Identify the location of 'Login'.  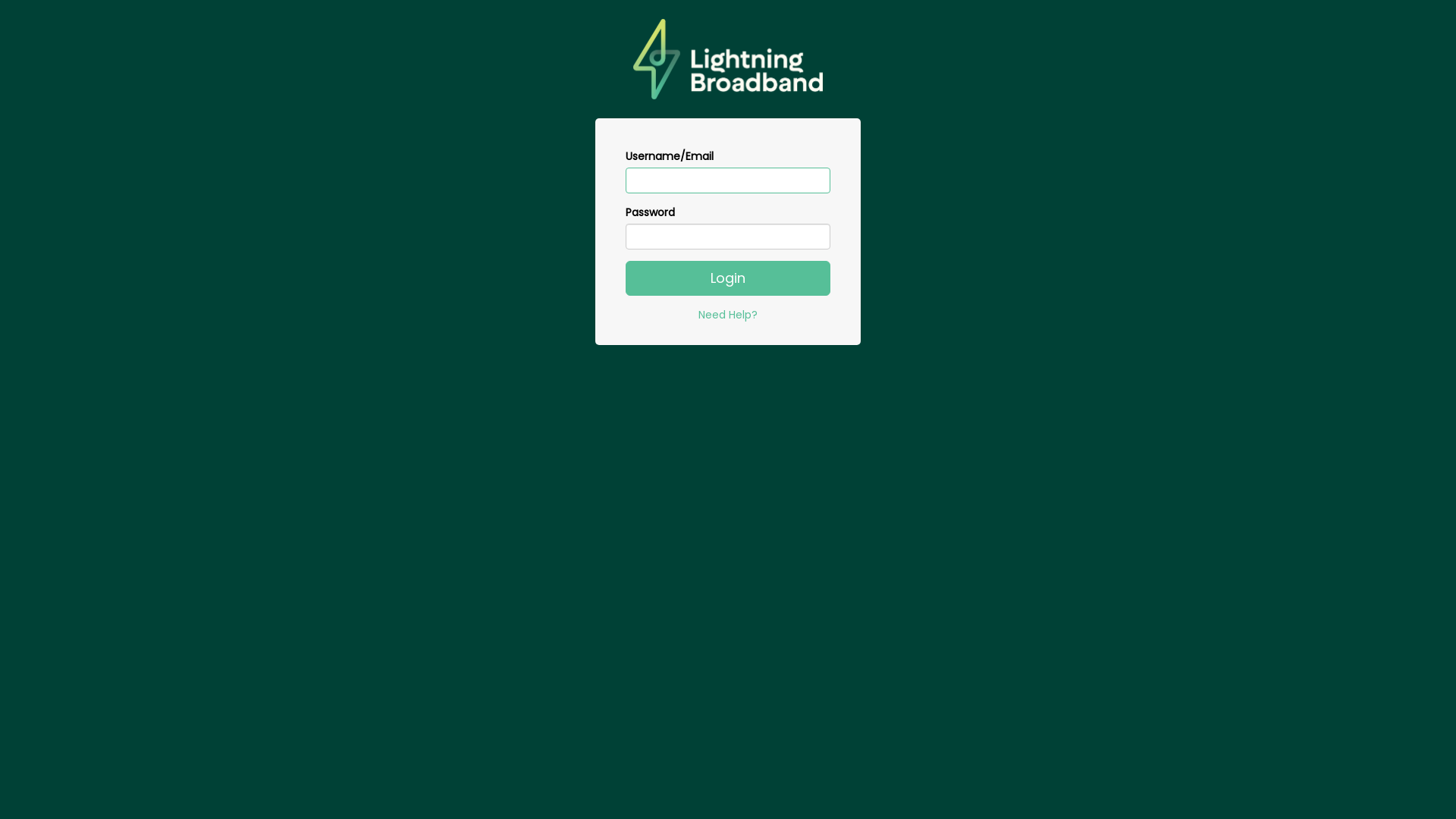
(728, 278).